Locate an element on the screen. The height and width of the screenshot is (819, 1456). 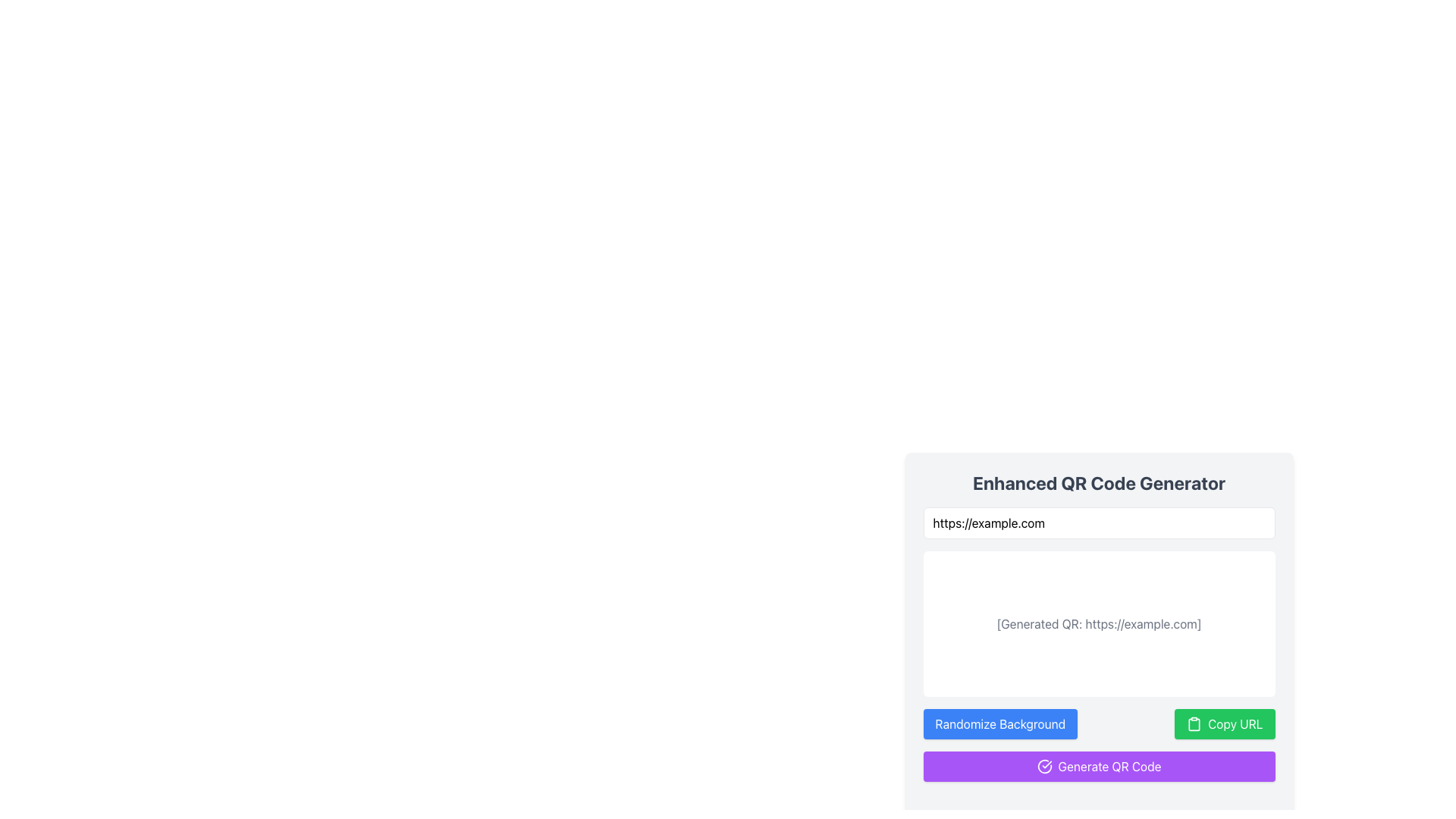
the small clipboard icon with a green background located to the left of the 'Copy URL' text label in the user interface is located at coordinates (1194, 723).